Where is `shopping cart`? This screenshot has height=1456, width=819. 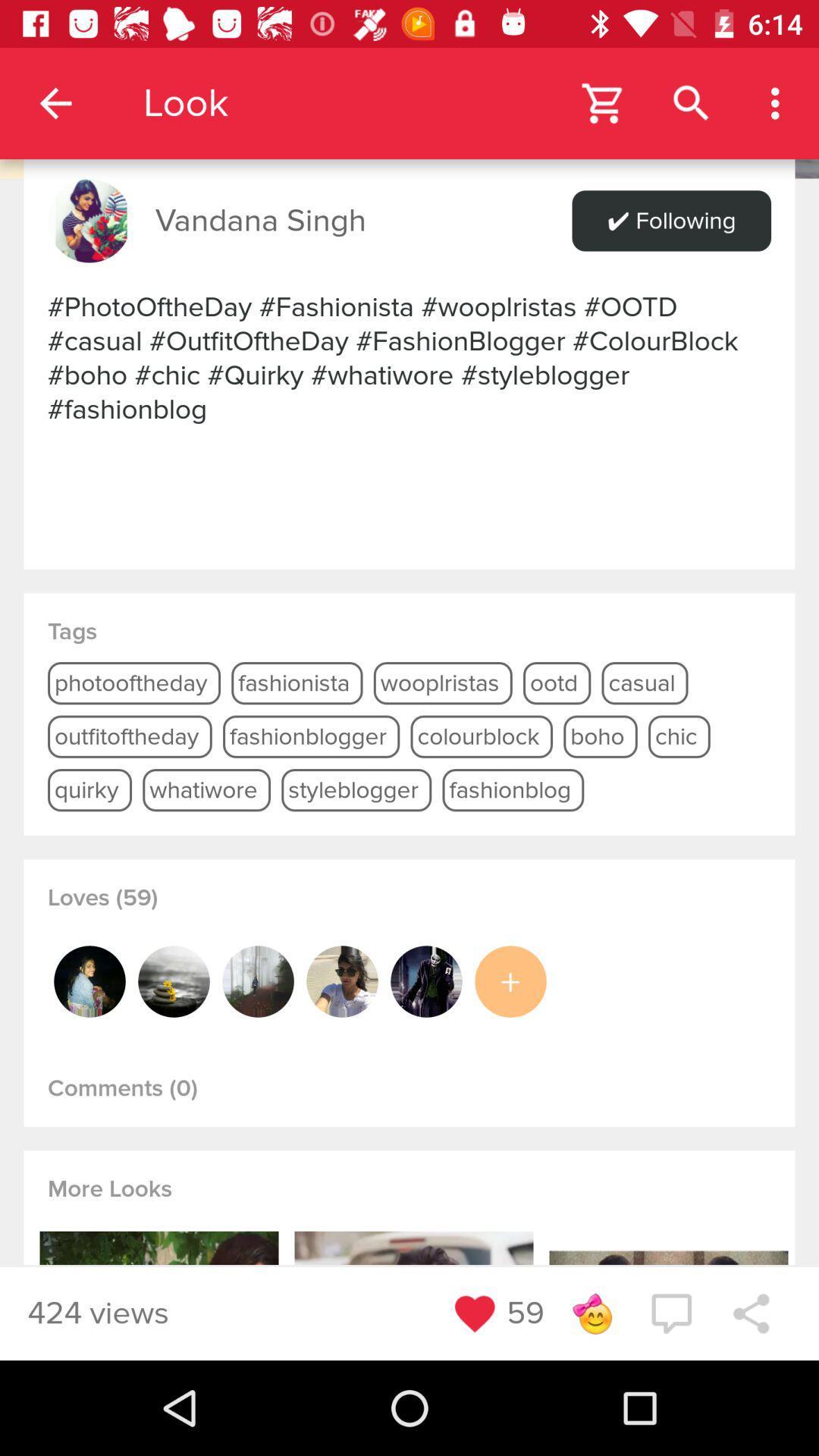
shopping cart is located at coordinates (603, 102).